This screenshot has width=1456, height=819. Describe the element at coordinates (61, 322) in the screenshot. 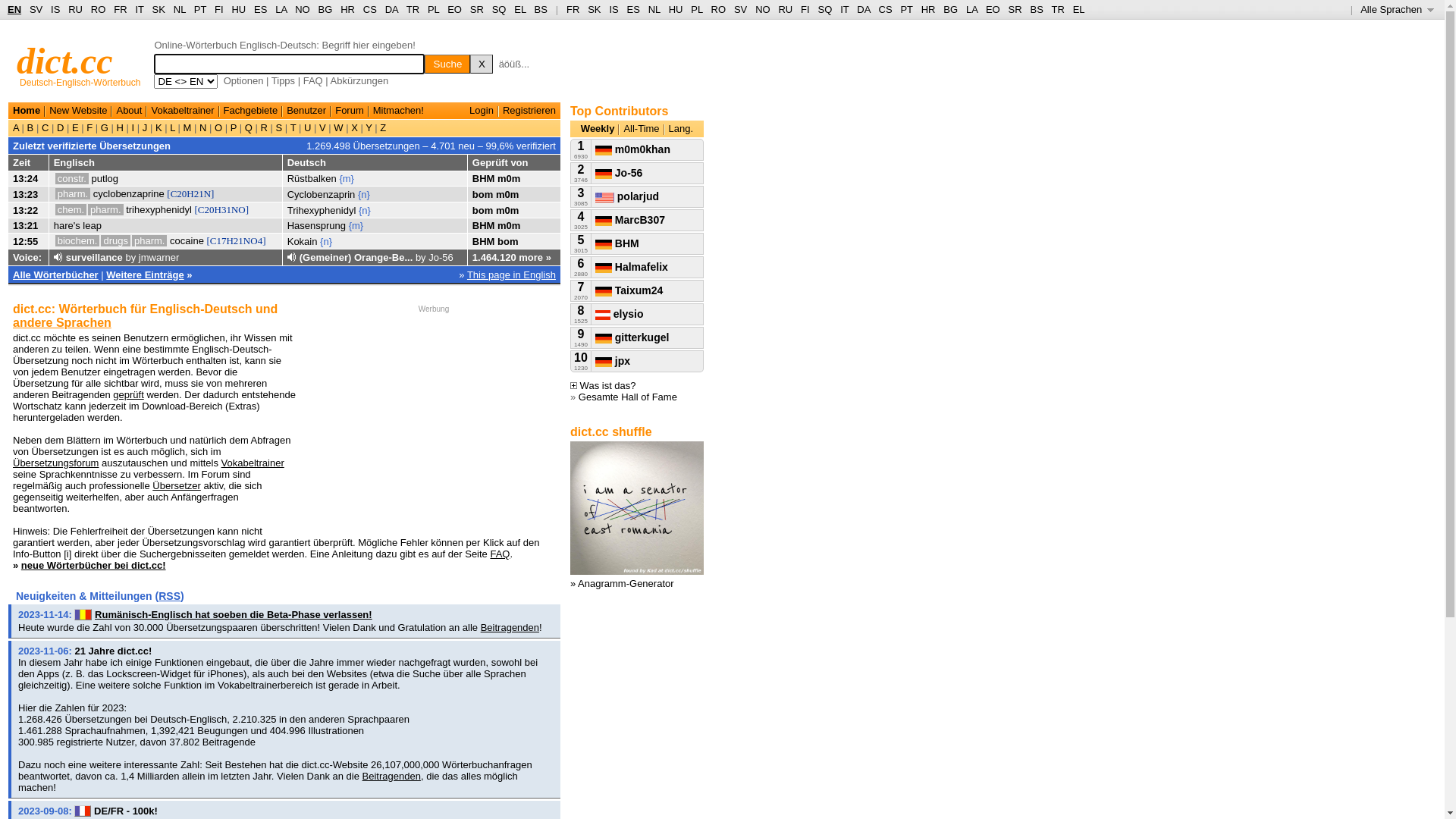

I see `'andere Sprachen'` at that location.